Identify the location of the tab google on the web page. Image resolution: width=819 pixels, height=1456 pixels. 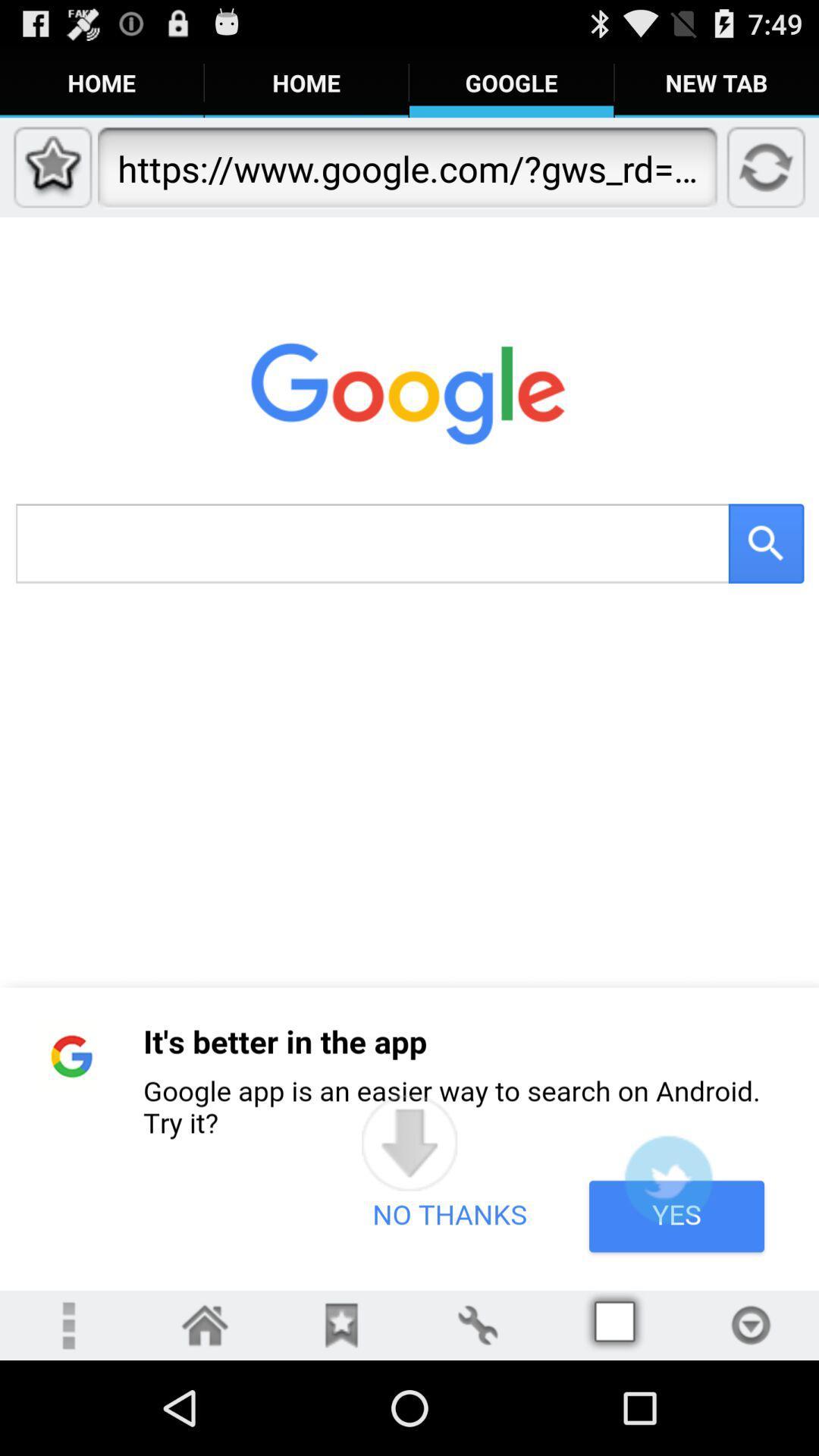
(511, 82).